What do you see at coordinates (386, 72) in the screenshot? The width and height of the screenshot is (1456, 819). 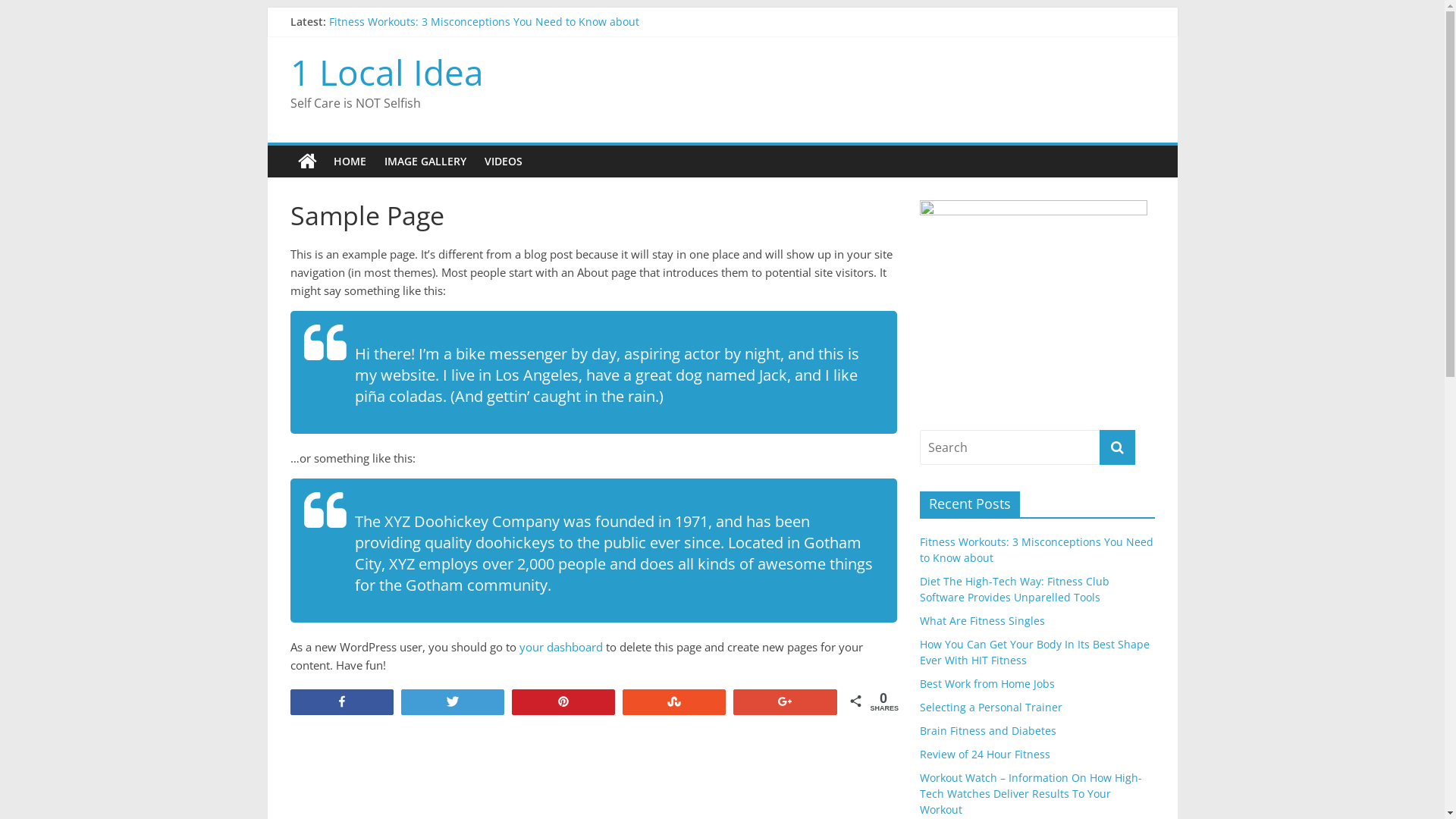 I see `'1 Local Idea'` at bounding box center [386, 72].